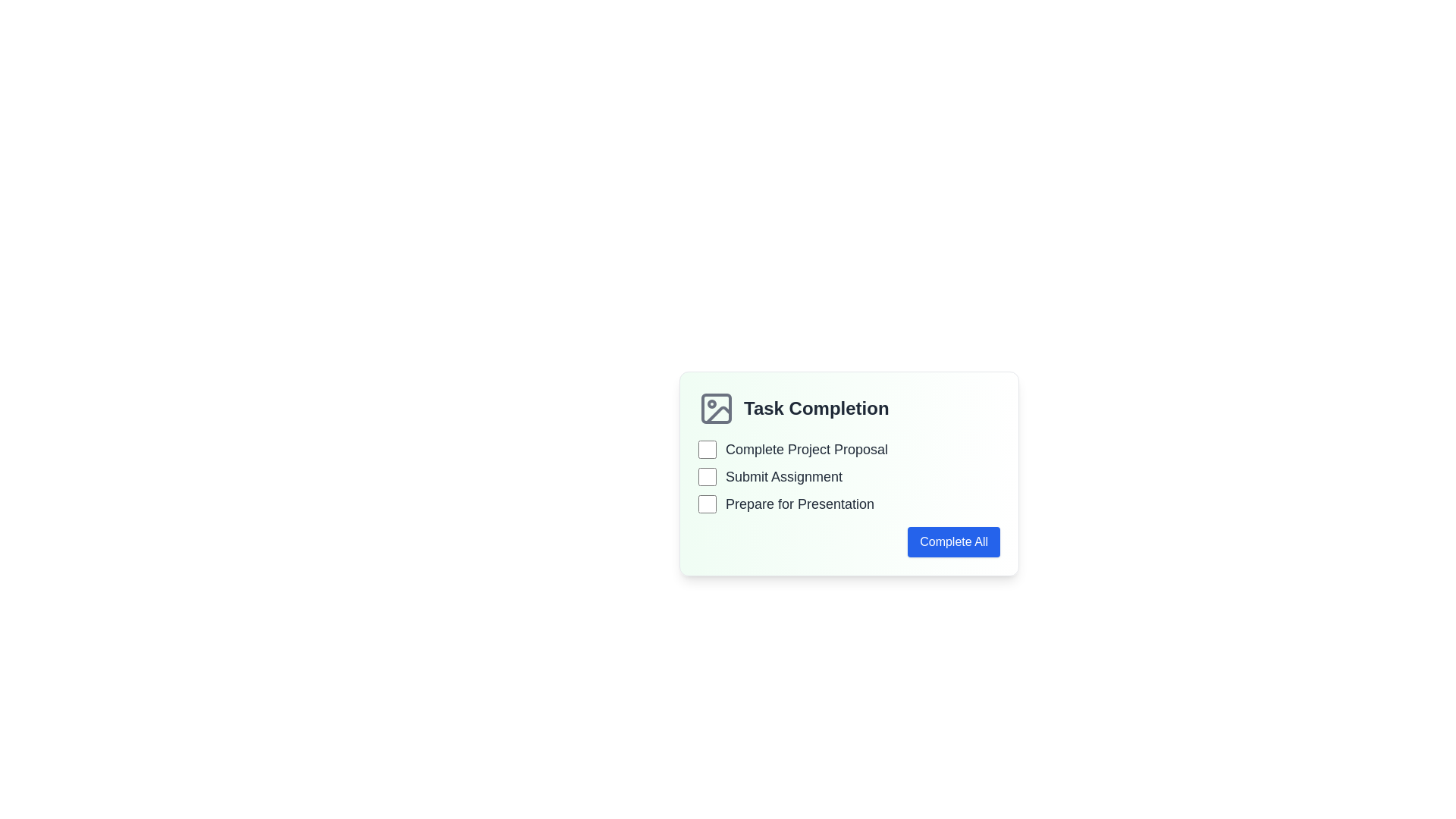 The width and height of the screenshot is (1456, 819). I want to click on the text label 'Prepare for Presentation' which is styled with a bold, large font in dark gray, located in the 'Task Completion' panel as the third item in the list, to the right of a checkbox, so click(799, 504).